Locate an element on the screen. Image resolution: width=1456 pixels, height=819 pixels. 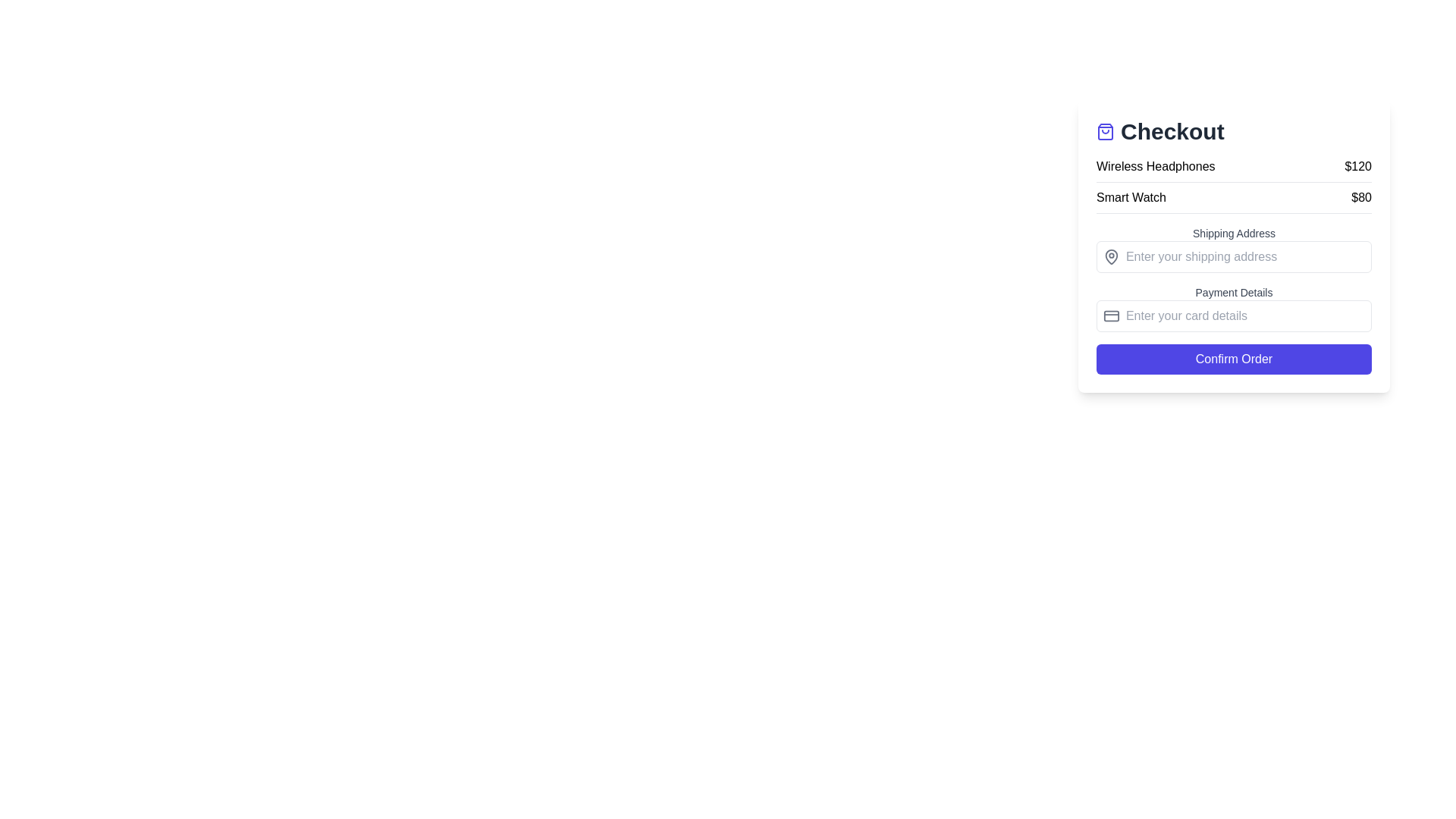
the price text label for 'Wireless Headphones' located in the checkout summary, positioned to the right of the item description is located at coordinates (1358, 166).